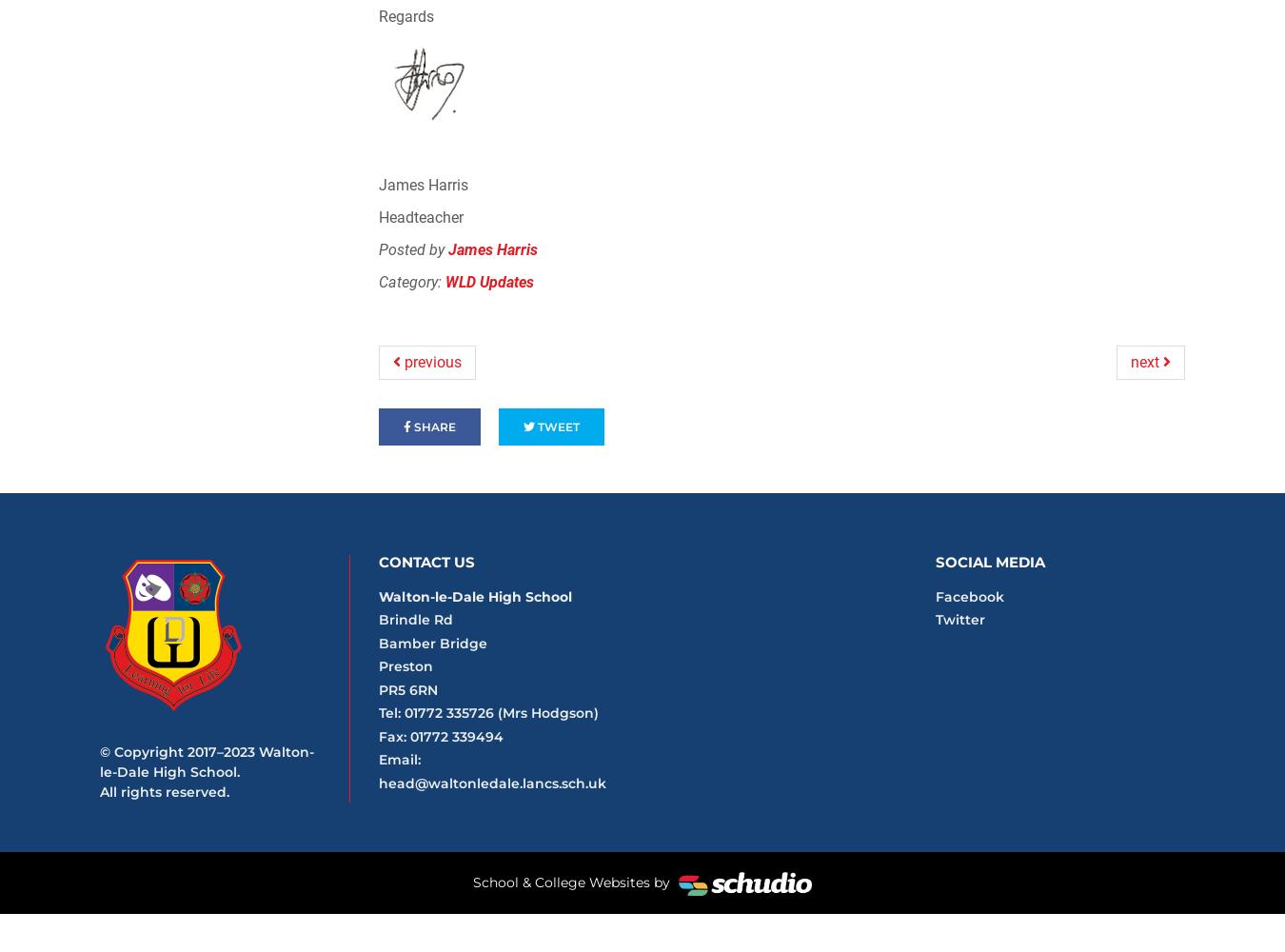  Describe the element at coordinates (410, 426) in the screenshot. I see `'share'` at that location.